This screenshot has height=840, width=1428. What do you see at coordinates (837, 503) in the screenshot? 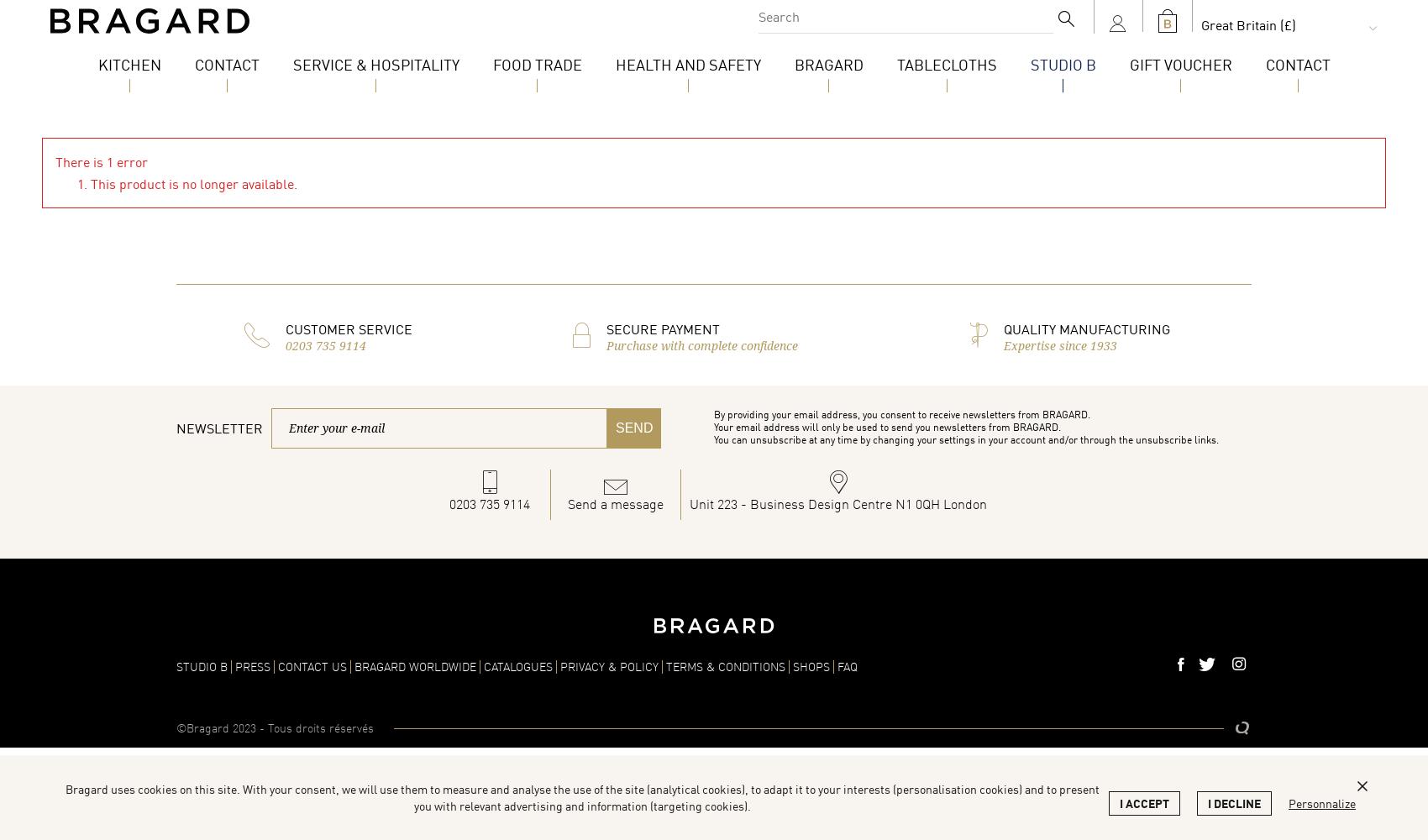
I see `'Unit 223 - Business Design Centre N1 0QH London'` at bounding box center [837, 503].